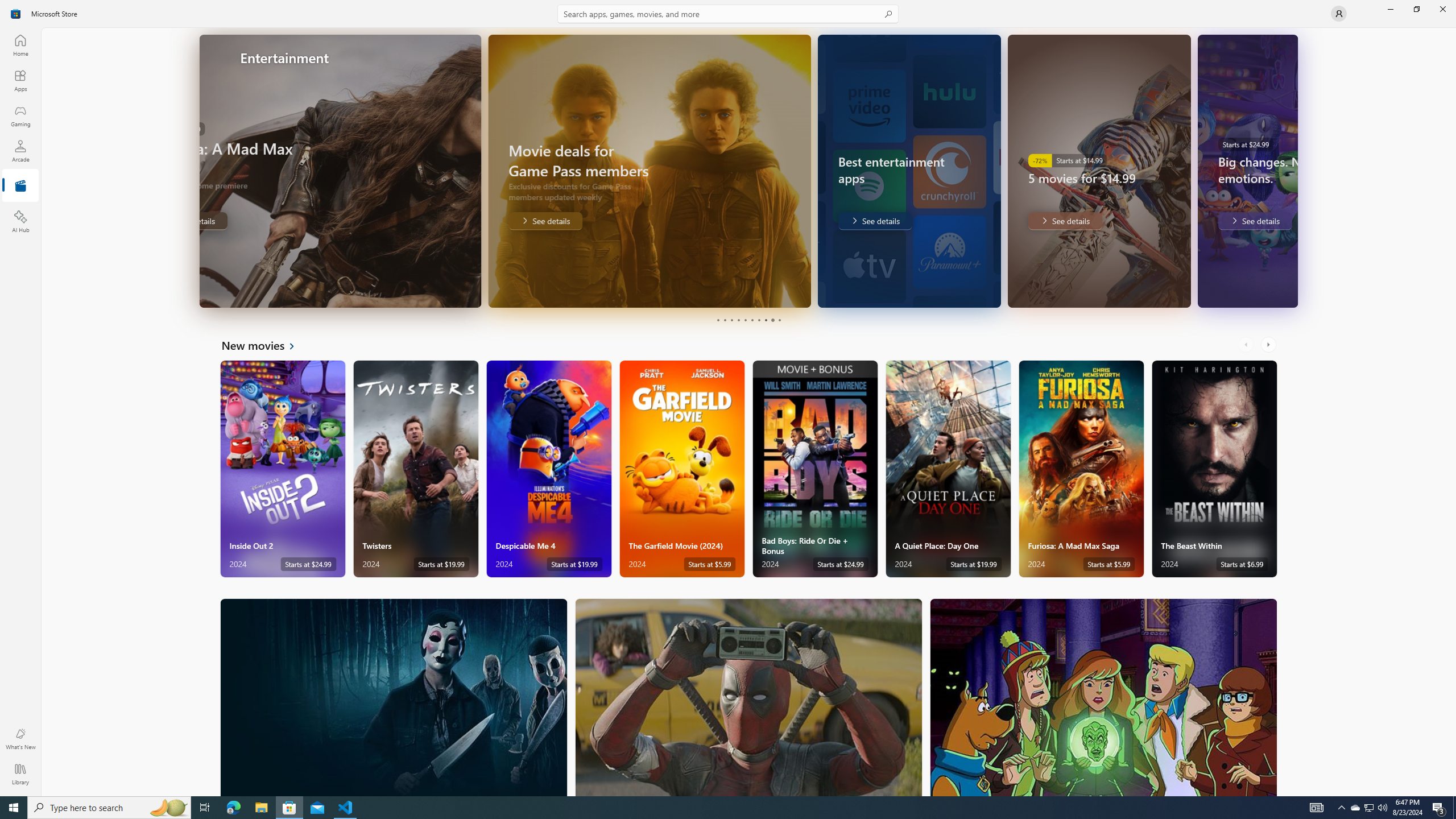 The width and height of the screenshot is (1456, 819). Describe the element at coordinates (723, 320) in the screenshot. I see `'Page 2'` at that location.